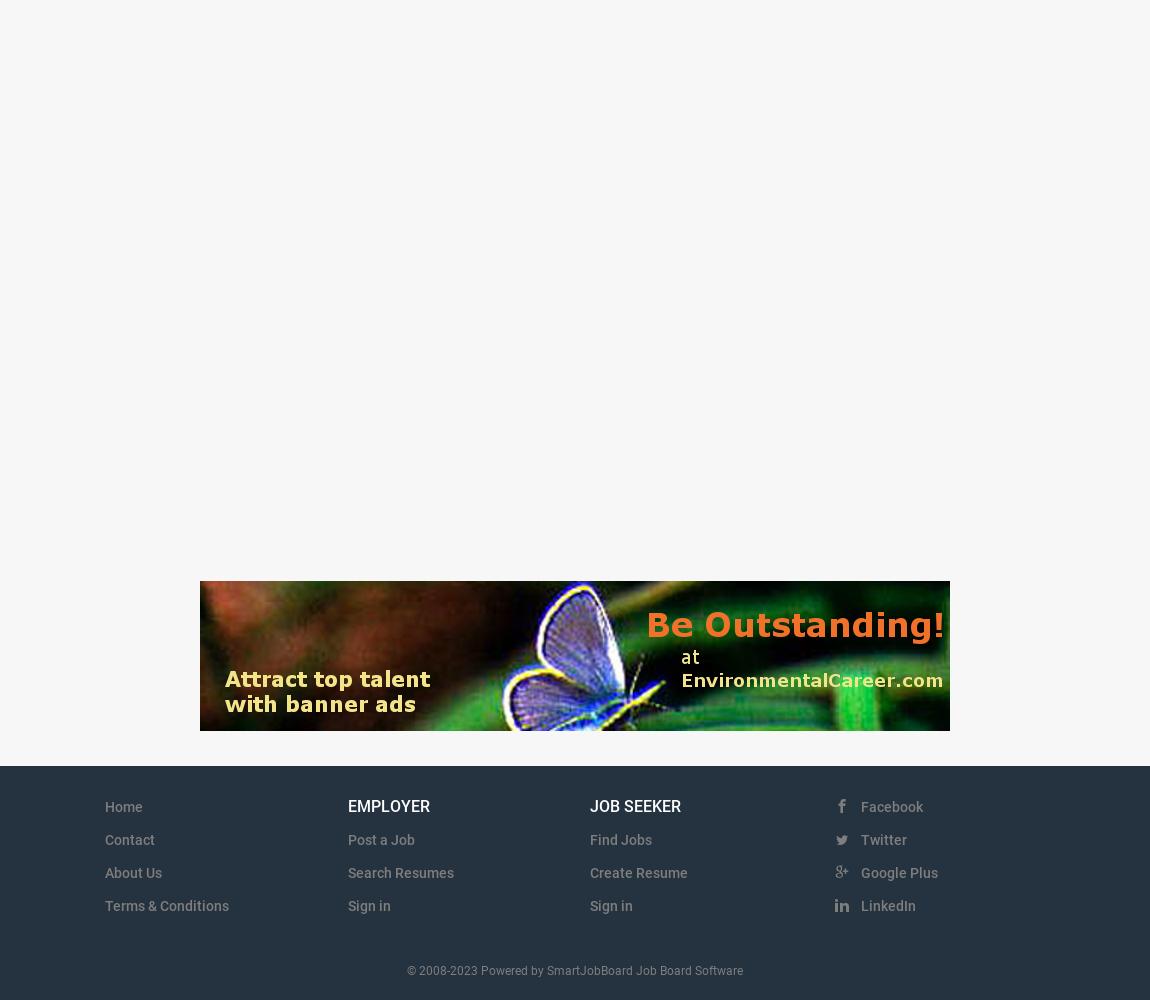  What do you see at coordinates (588, 806) in the screenshot?
I see `'Job Seeker'` at bounding box center [588, 806].